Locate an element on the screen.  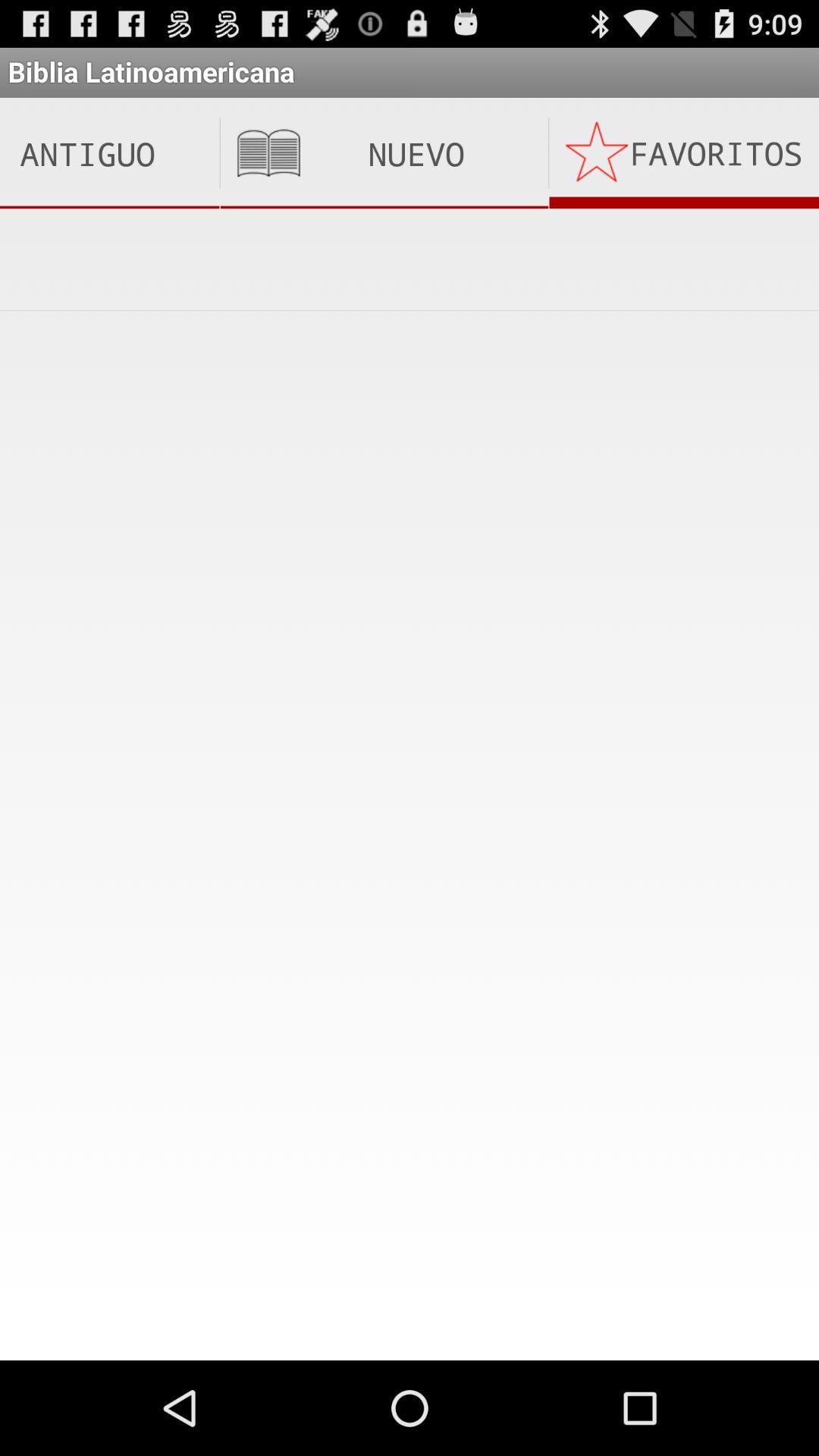
the item below the antiguo testamento item is located at coordinates (409, 259).